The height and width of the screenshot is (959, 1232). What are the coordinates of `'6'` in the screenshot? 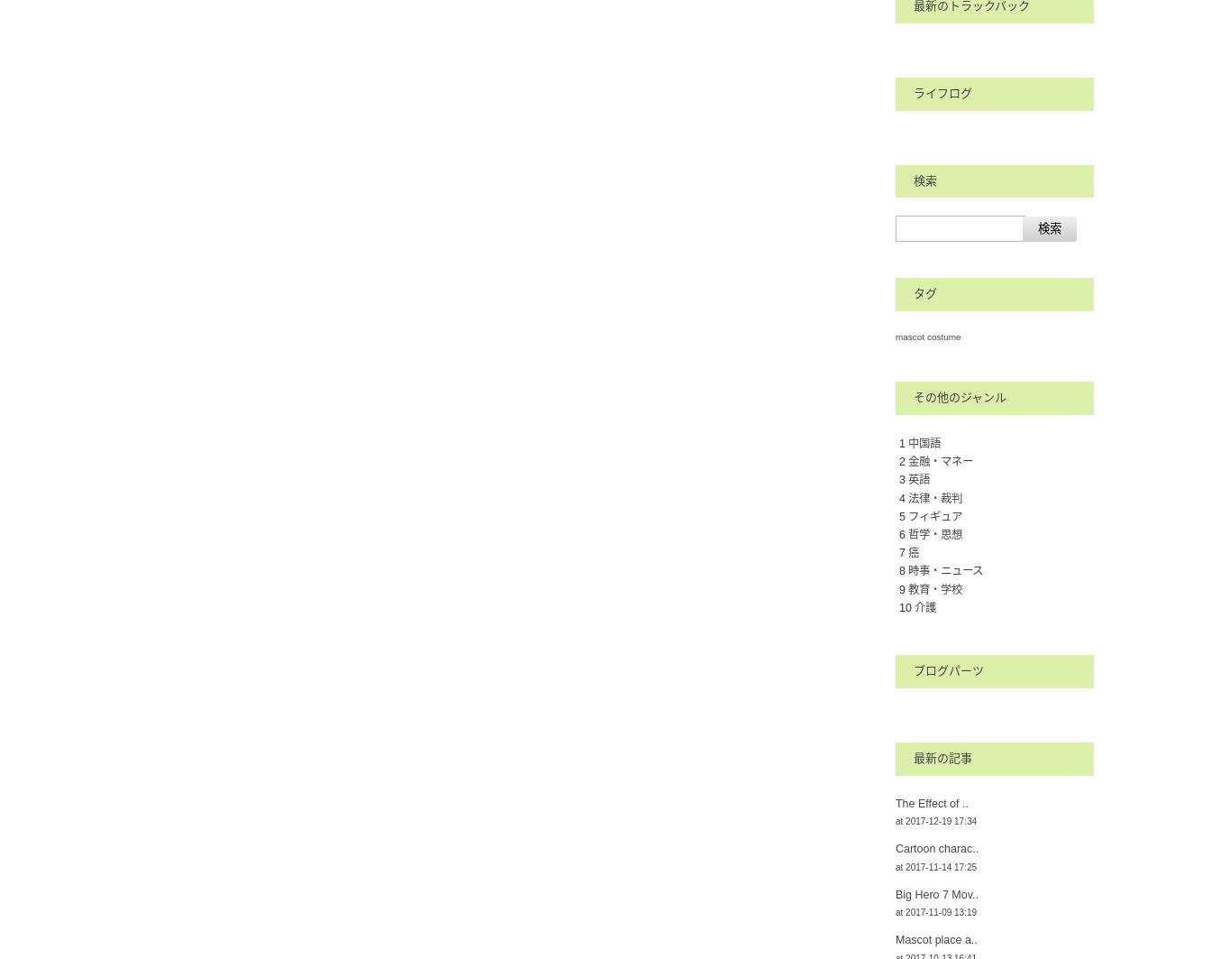 It's located at (899, 532).